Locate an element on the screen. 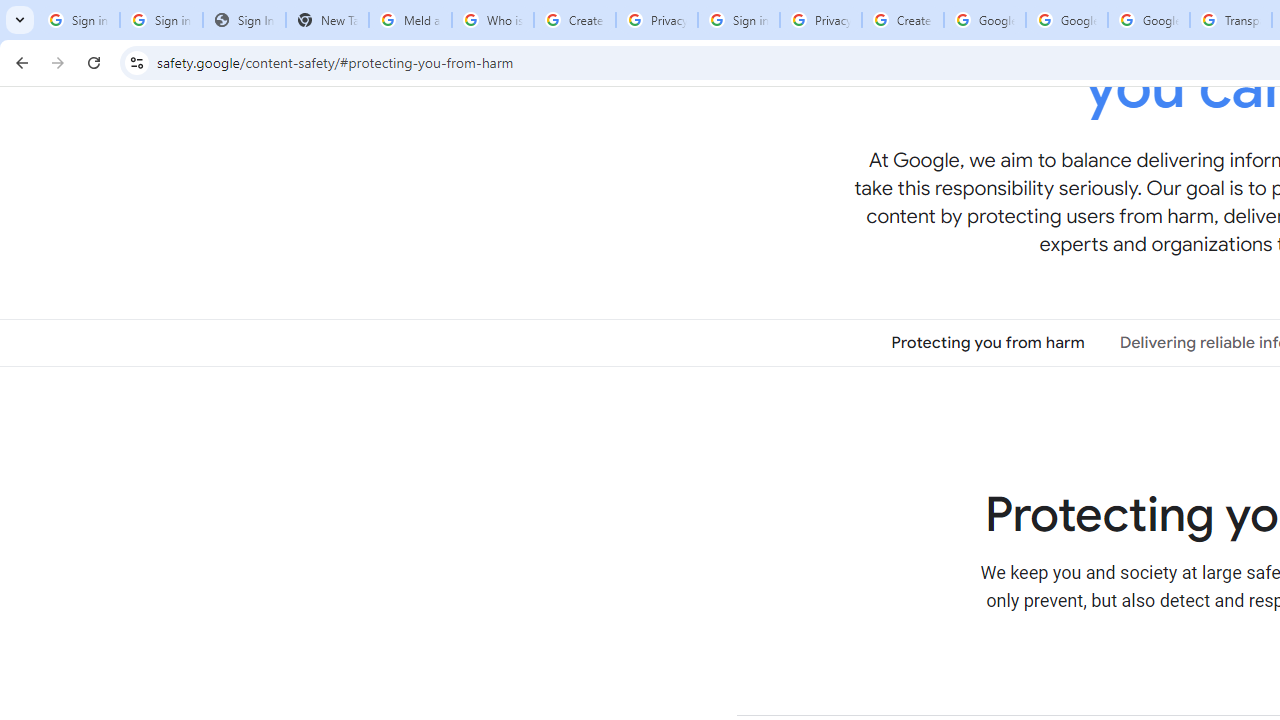  'Create your Google Account' is located at coordinates (902, 20).